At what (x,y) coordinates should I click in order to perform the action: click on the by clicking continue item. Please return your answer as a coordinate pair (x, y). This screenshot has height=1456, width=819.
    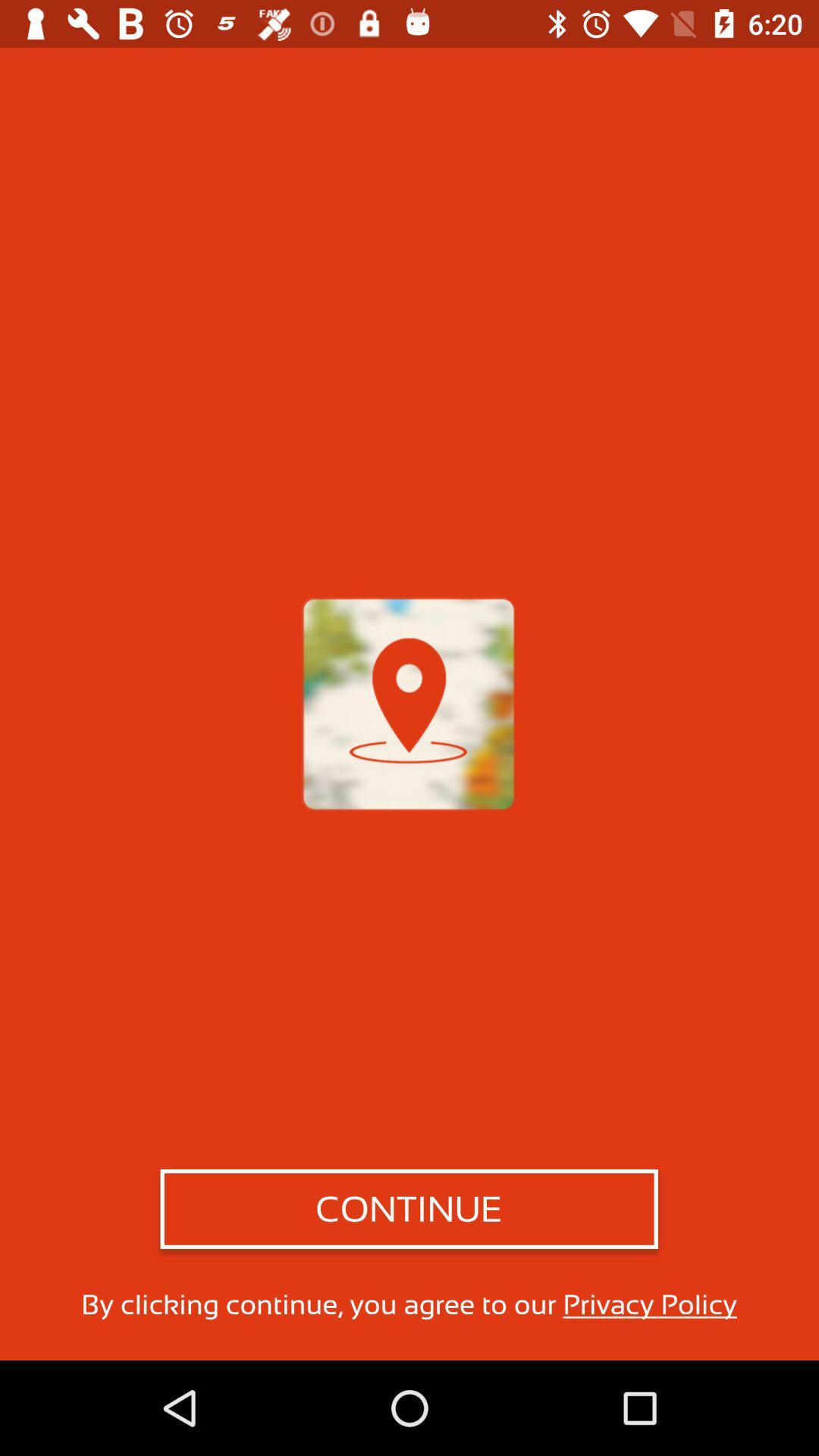
    Looking at the image, I should click on (408, 1304).